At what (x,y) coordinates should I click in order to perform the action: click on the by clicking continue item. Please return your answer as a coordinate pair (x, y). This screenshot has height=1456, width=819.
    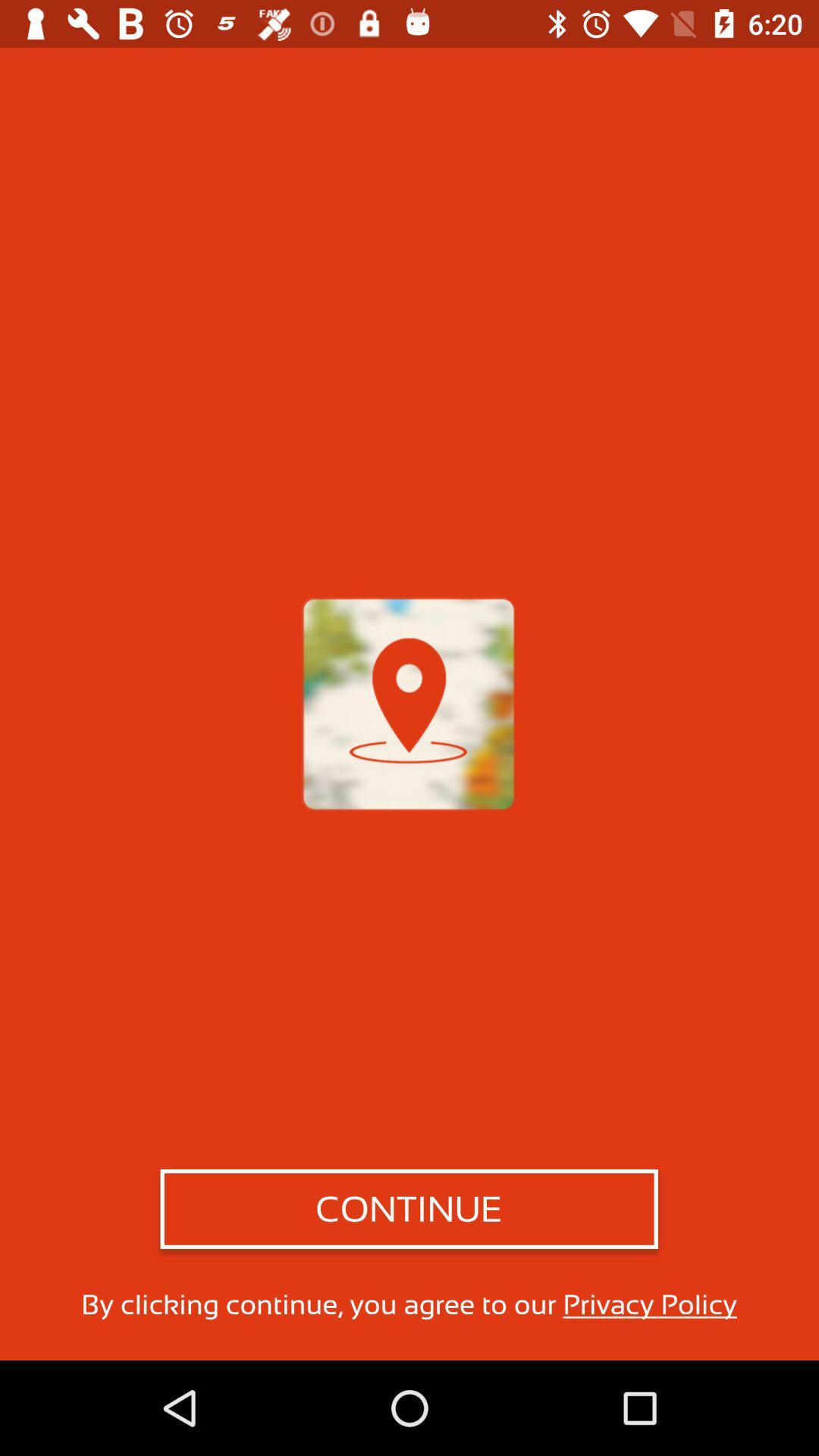
    Looking at the image, I should click on (408, 1304).